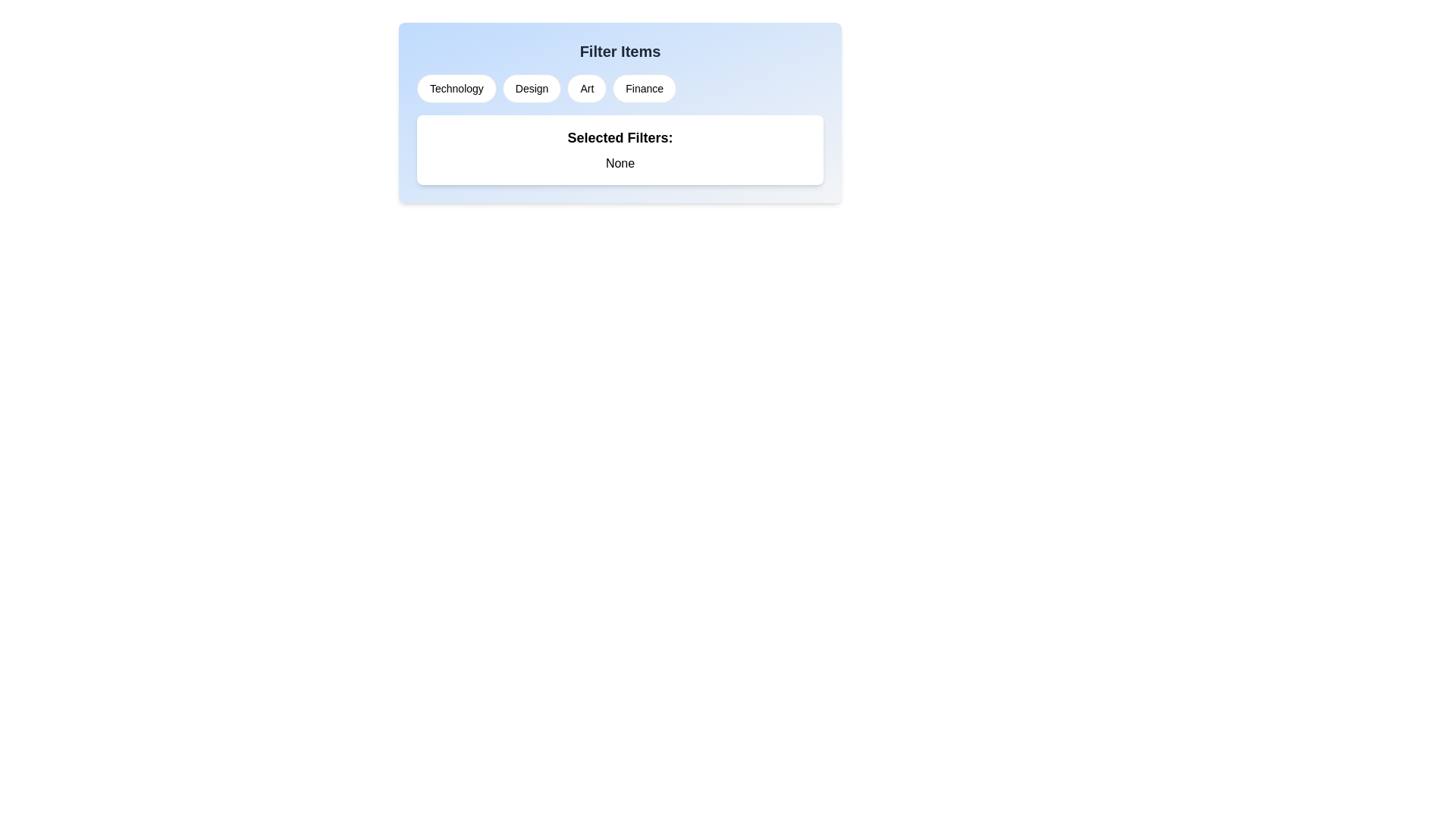 The height and width of the screenshot is (819, 1456). What do you see at coordinates (644, 88) in the screenshot?
I see `the filter chip labeled Finance` at bounding box center [644, 88].